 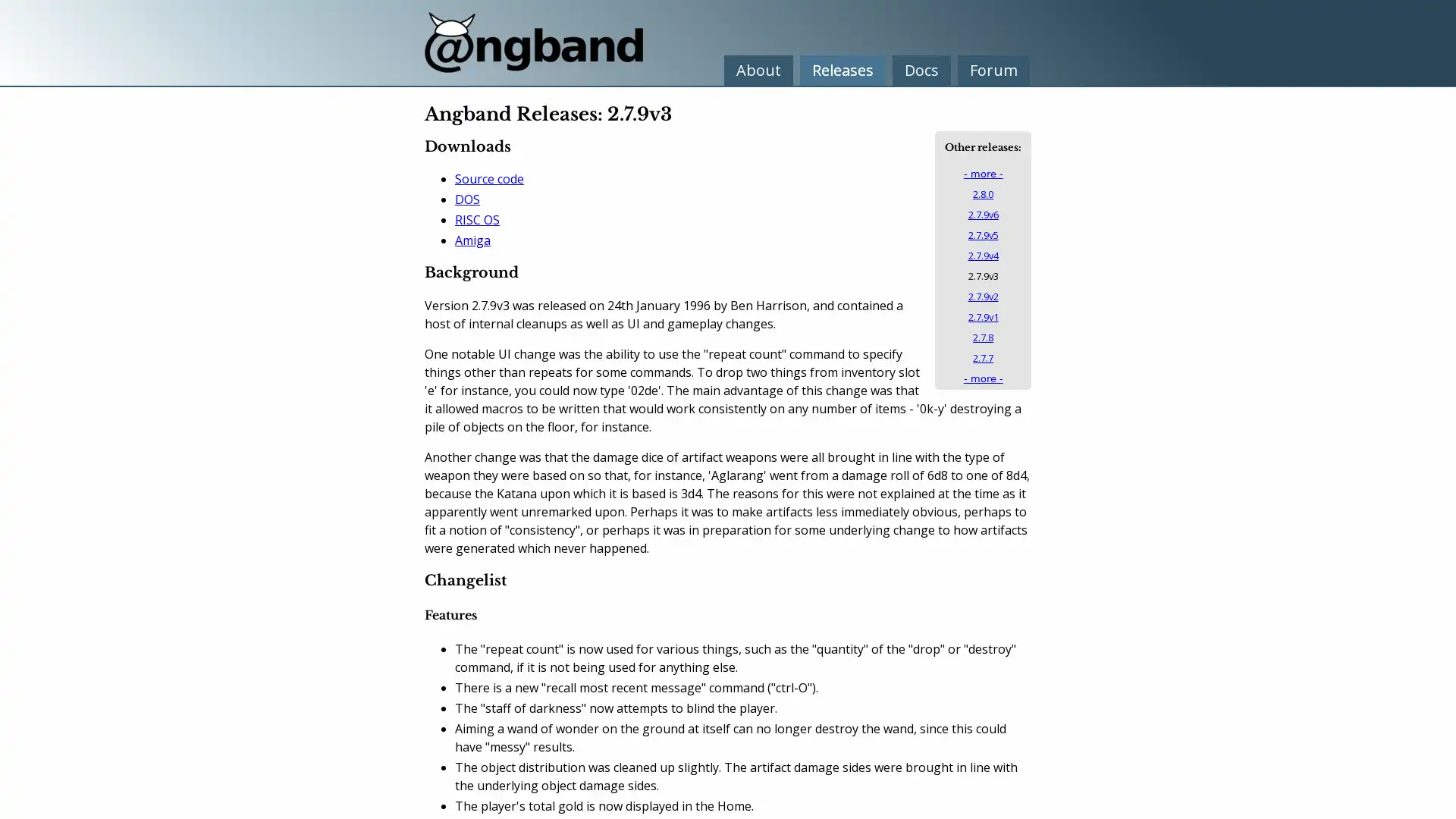 What do you see at coordinates (983, 173) in the screenshot?
I see `- more -` at bounding box center [983, 173].